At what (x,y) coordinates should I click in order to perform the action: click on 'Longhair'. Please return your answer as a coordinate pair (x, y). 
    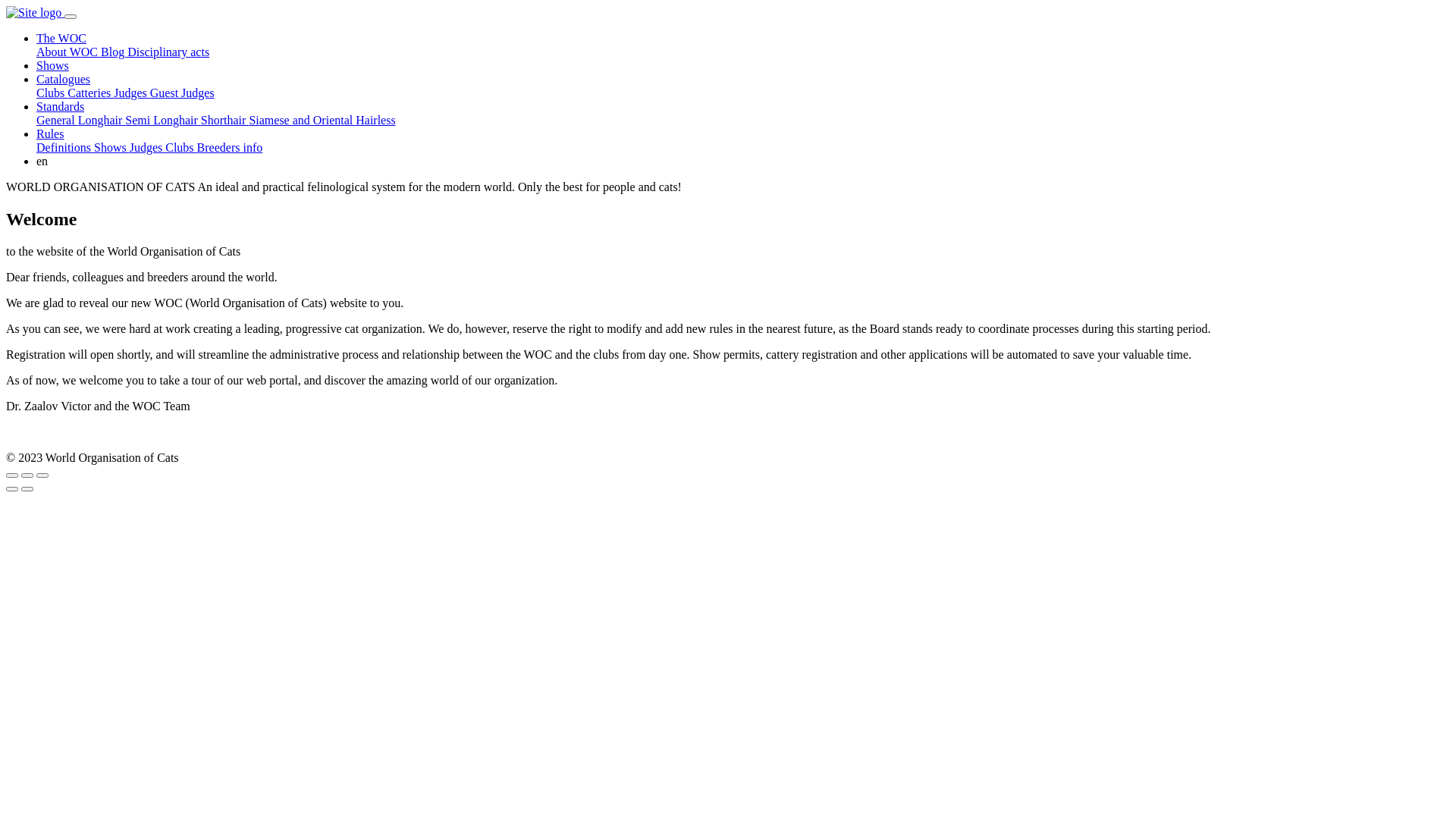
    Looking at the image, I should click on (101, 119).